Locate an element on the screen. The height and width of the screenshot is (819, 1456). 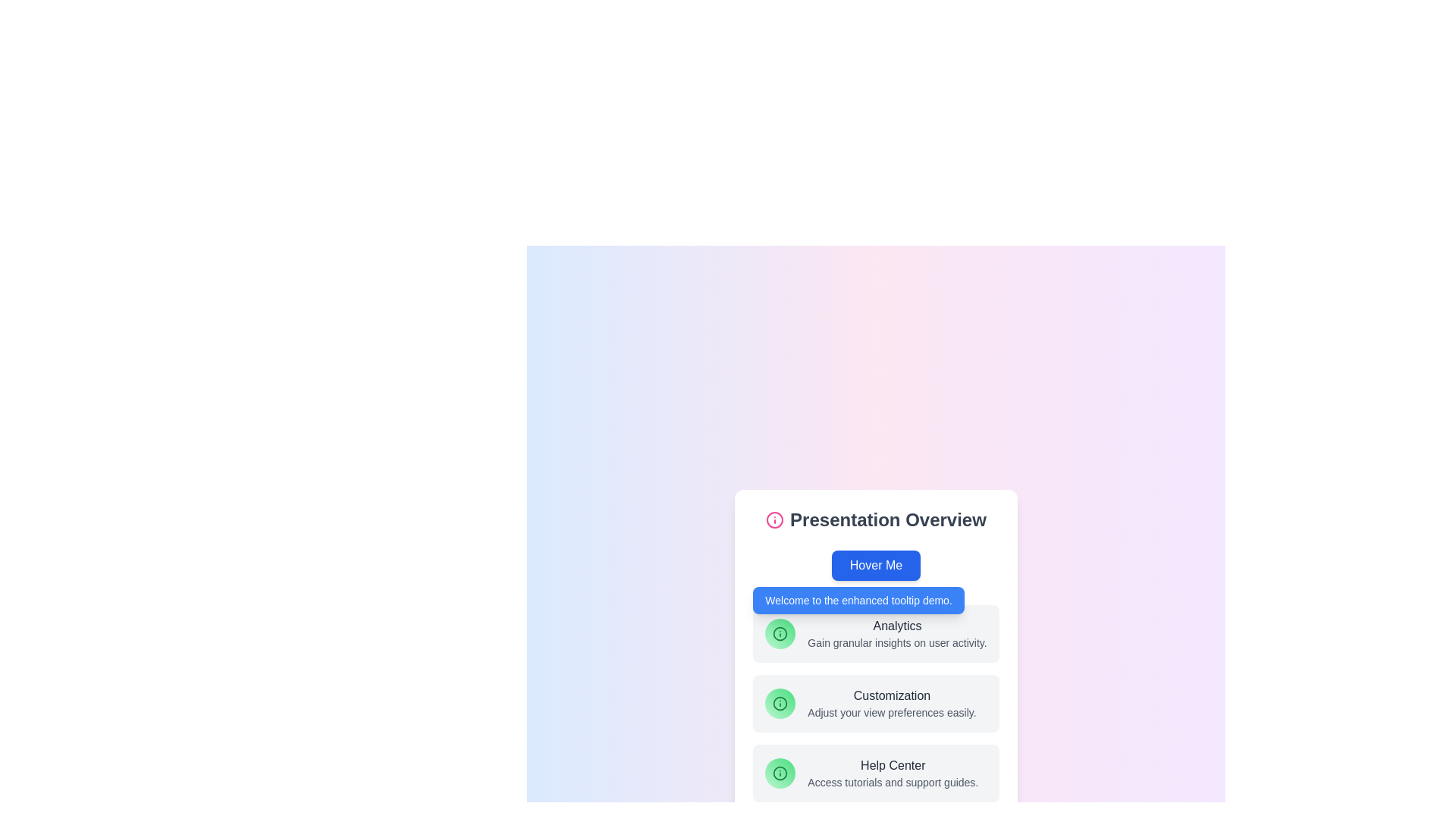
title text 'Presentation Overview' which is styled in bold and is located at the top of the content section, adjacent to a pink circular 'info' icon is located at coordinates (876, 519).